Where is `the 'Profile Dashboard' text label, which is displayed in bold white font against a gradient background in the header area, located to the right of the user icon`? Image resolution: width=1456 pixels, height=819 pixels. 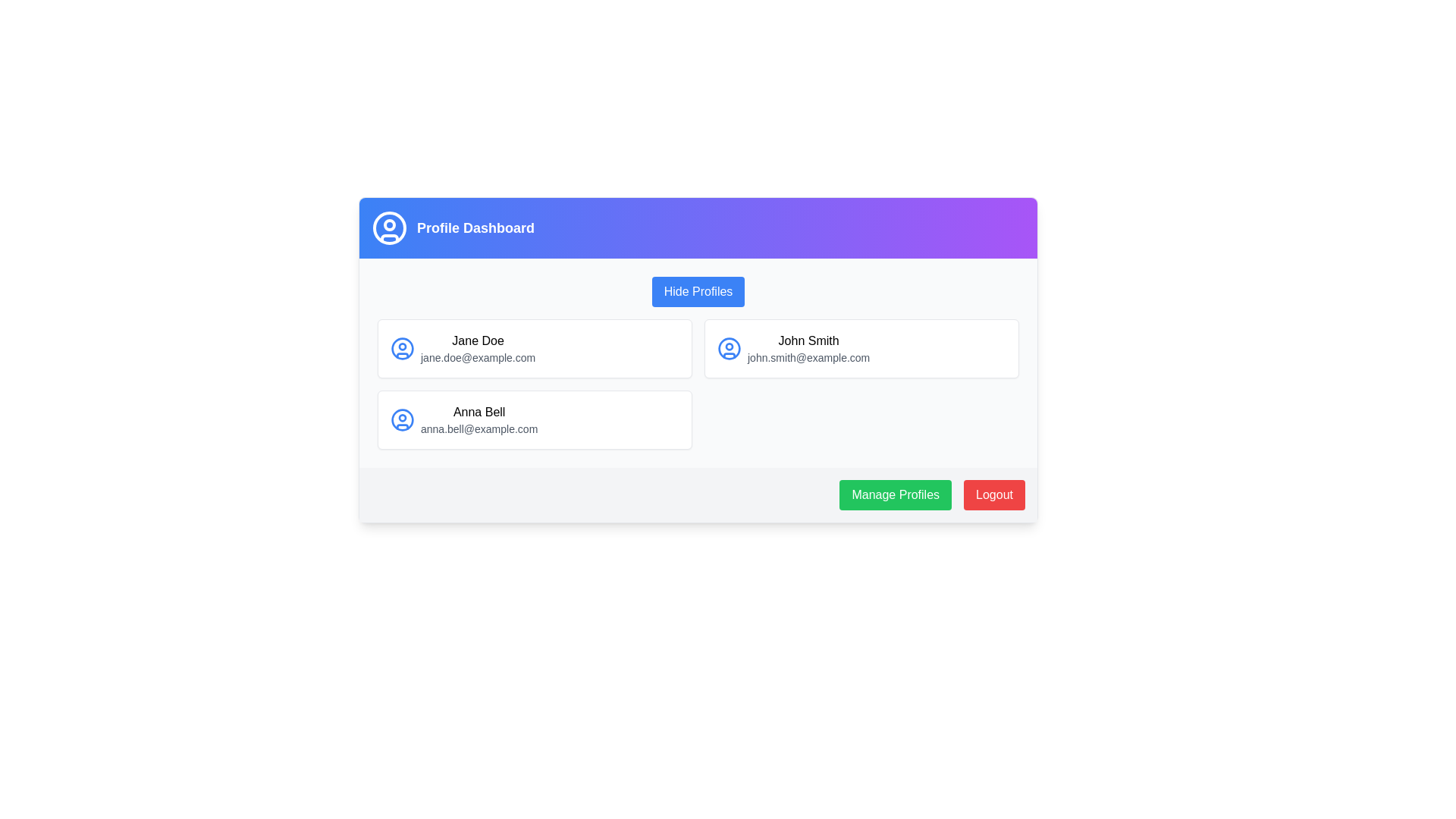 the 'Profile Dashboard' text label, which is displayed in bold white font against a gradient background in the header area, located to the right of the user icon is located at coordinates (475, 227).